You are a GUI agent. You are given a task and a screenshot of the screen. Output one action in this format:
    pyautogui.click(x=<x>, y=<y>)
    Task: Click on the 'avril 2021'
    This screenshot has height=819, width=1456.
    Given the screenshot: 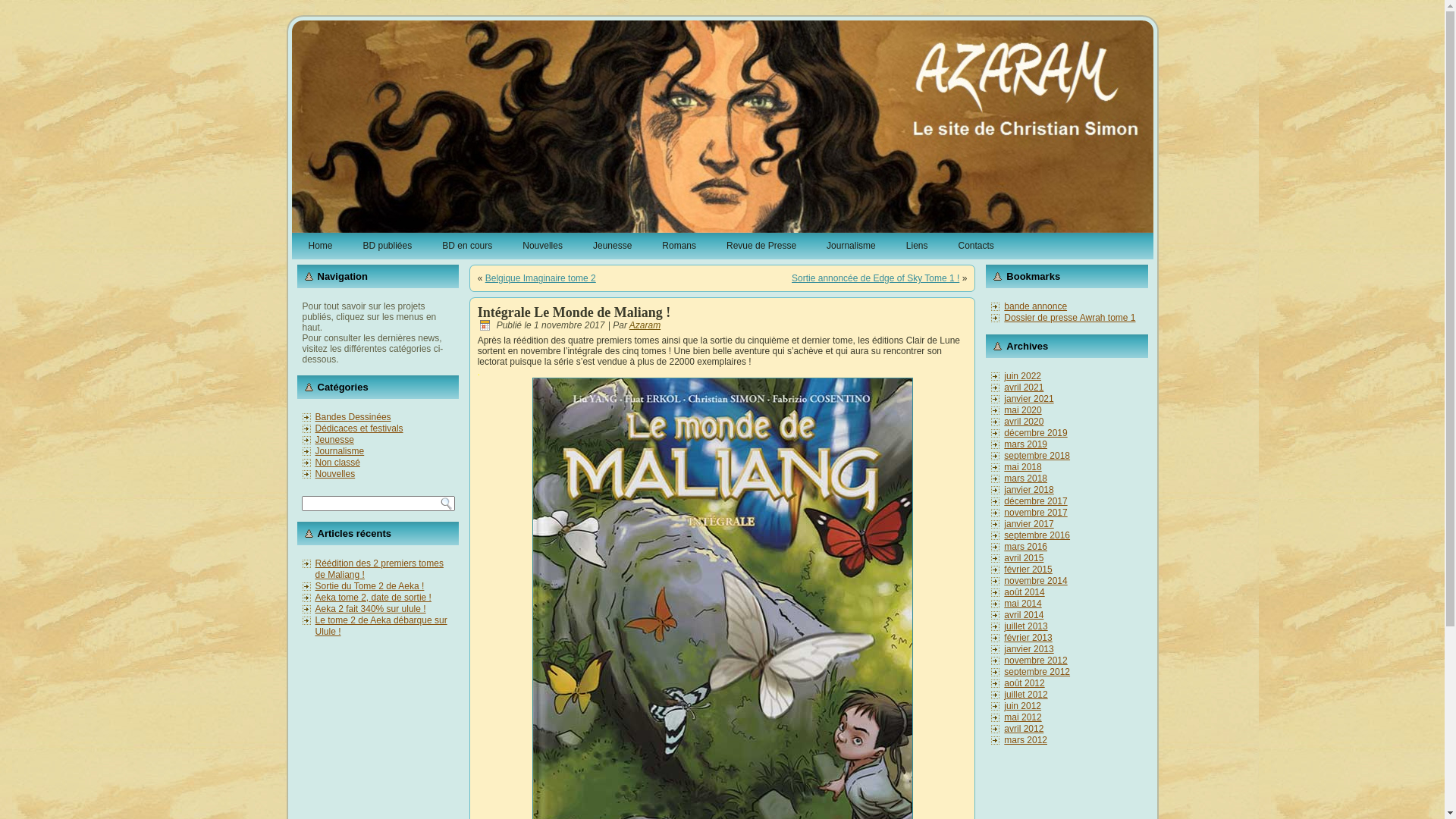 What is the action you would take?
    pyautogui.click(x=1023, y=386)
    